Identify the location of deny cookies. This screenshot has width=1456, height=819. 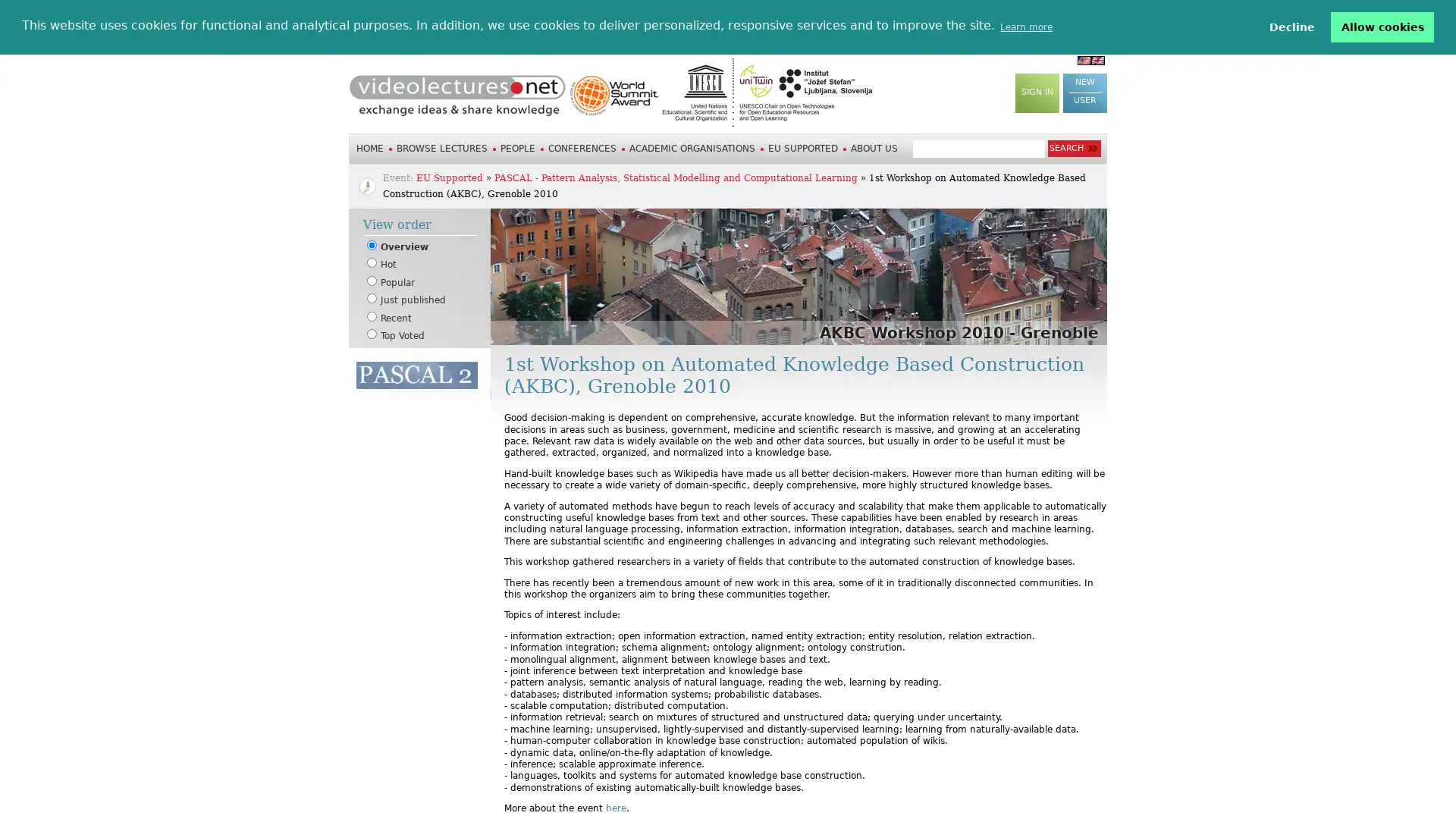
(1291, 27).